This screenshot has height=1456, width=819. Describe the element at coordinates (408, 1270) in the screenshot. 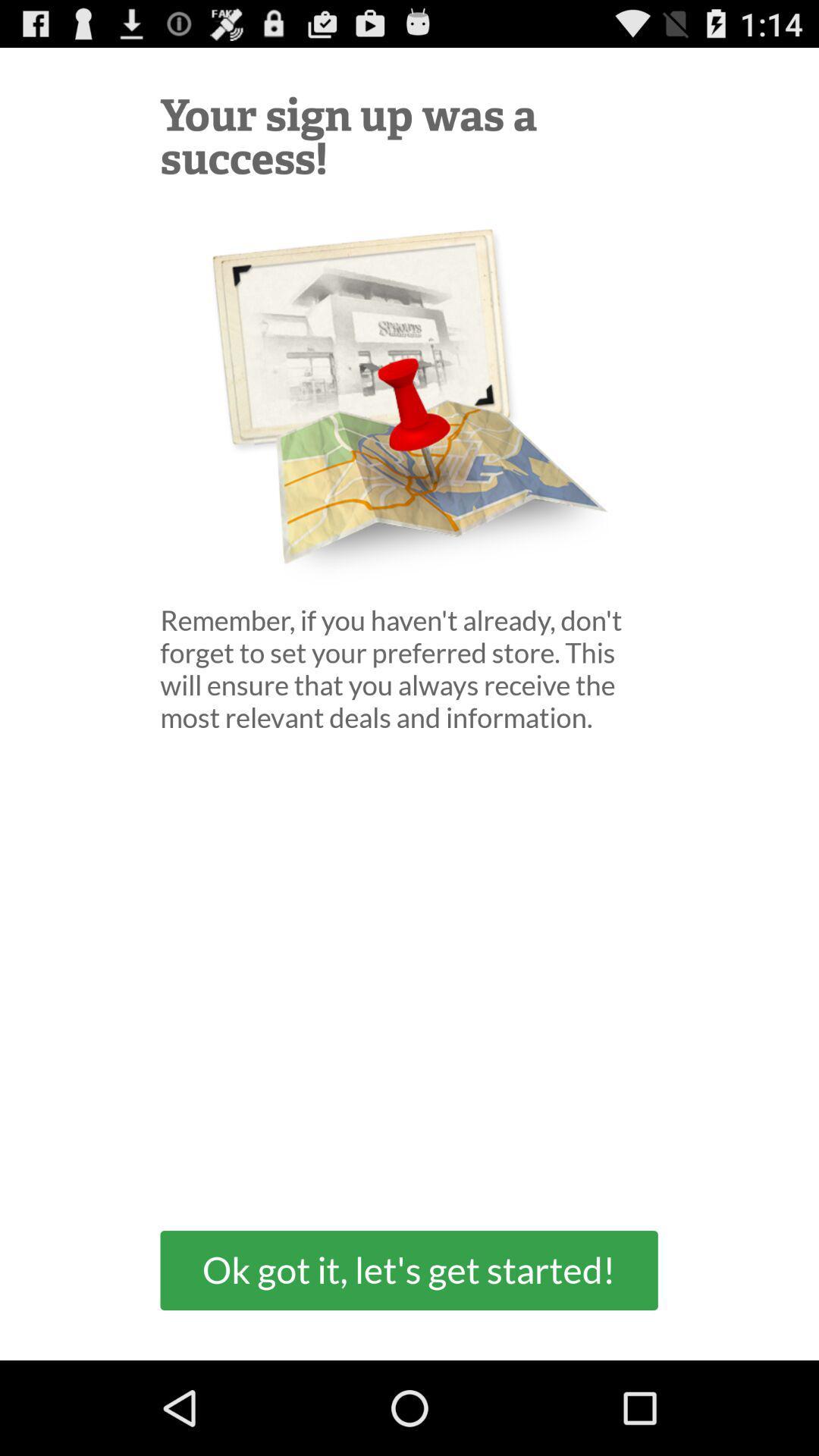

I see `ok got it` at that location.